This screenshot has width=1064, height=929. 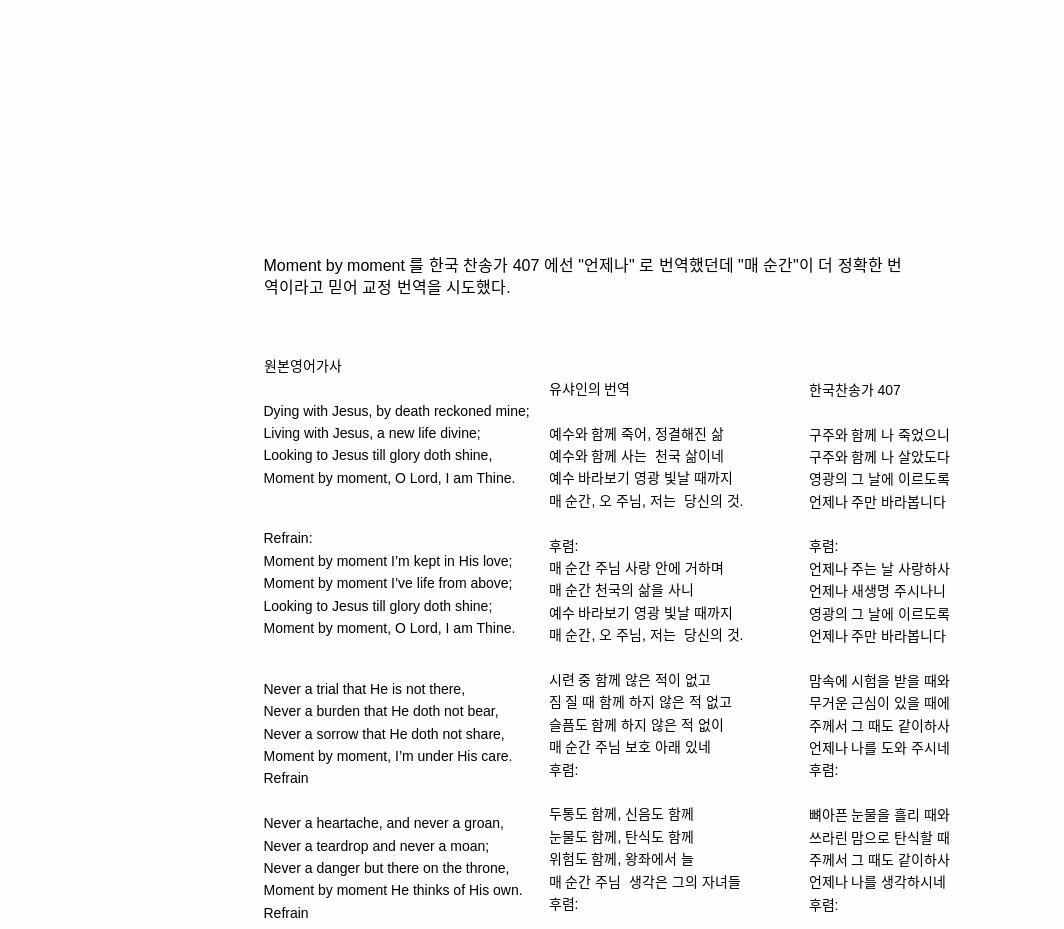 What do you see at coordinates (377, 454) in the screenshot?
I see `'Looking to Jesus till glory doth shine,'` at bounding box center [377, 454].